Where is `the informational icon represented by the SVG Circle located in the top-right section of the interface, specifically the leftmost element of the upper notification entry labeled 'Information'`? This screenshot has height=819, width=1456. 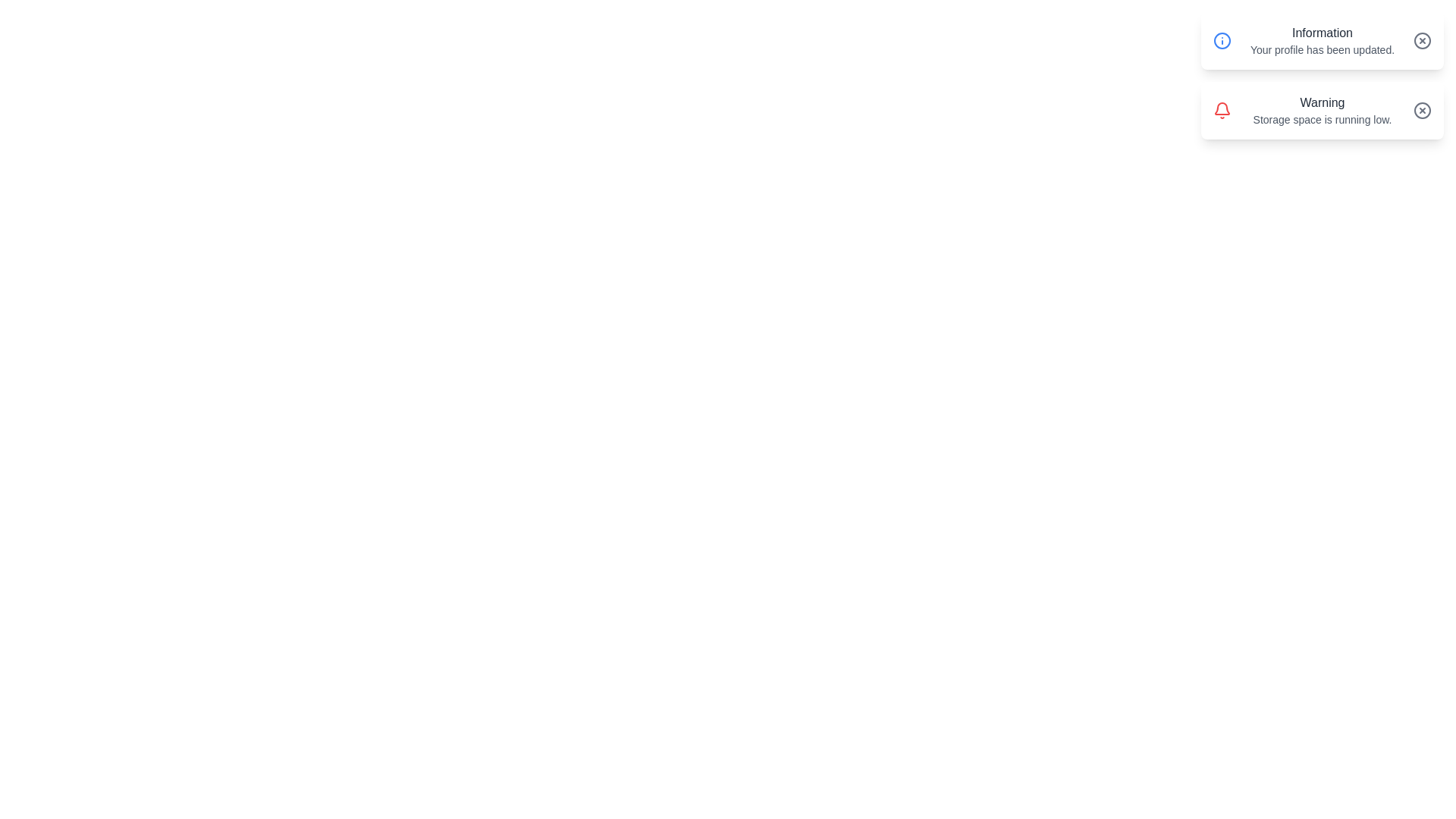
the informational icon represented by the SVG Circle located in the top-right section of the interface, specifically the leftmost element of the upper notification entry labeled 'Information' is located at coordinates (1222, 40).